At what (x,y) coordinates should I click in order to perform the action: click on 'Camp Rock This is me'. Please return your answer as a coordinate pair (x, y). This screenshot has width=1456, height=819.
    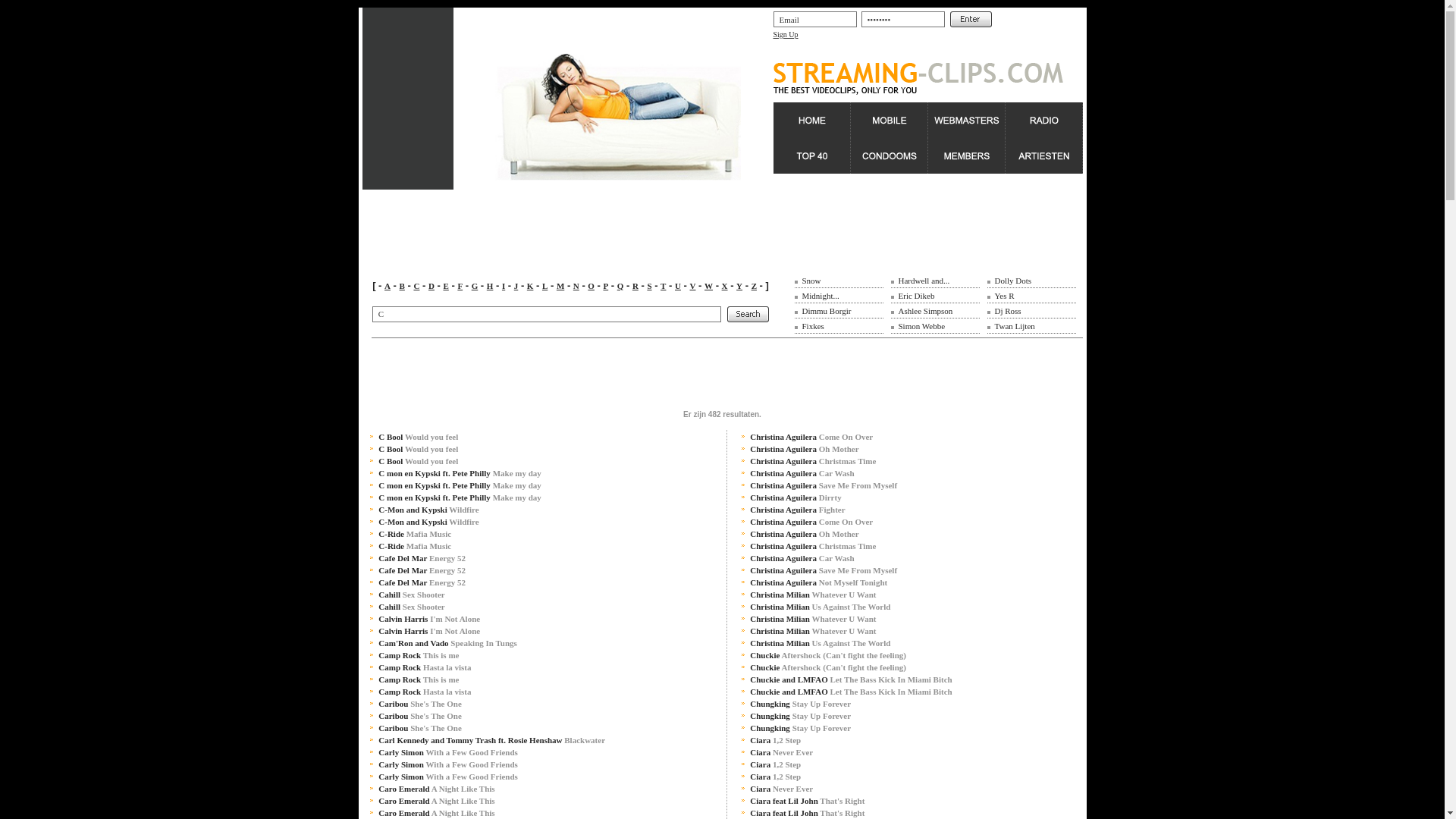
    Looking at the image, I should click on (378, 654).